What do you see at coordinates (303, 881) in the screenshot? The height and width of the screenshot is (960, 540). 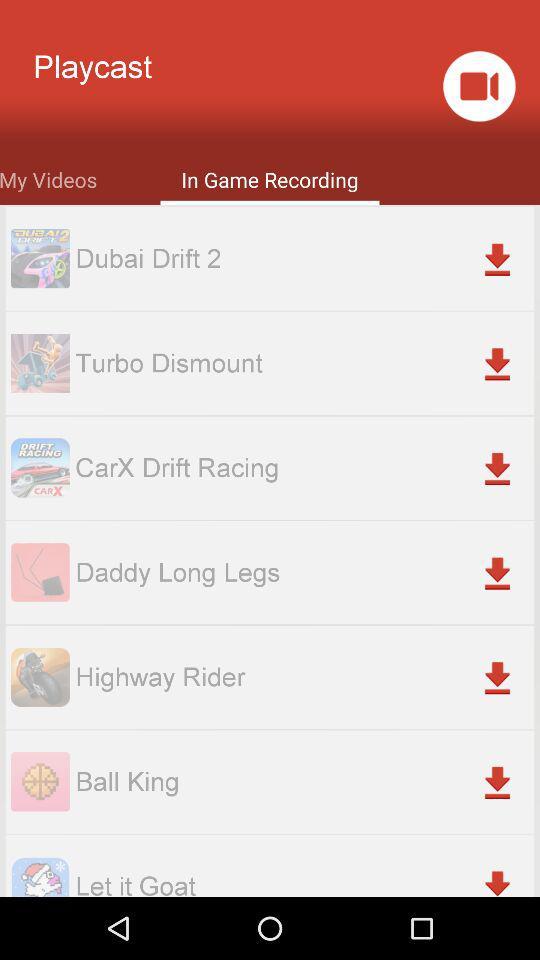 I see `the let it goat` at bounding box center [303, 881].